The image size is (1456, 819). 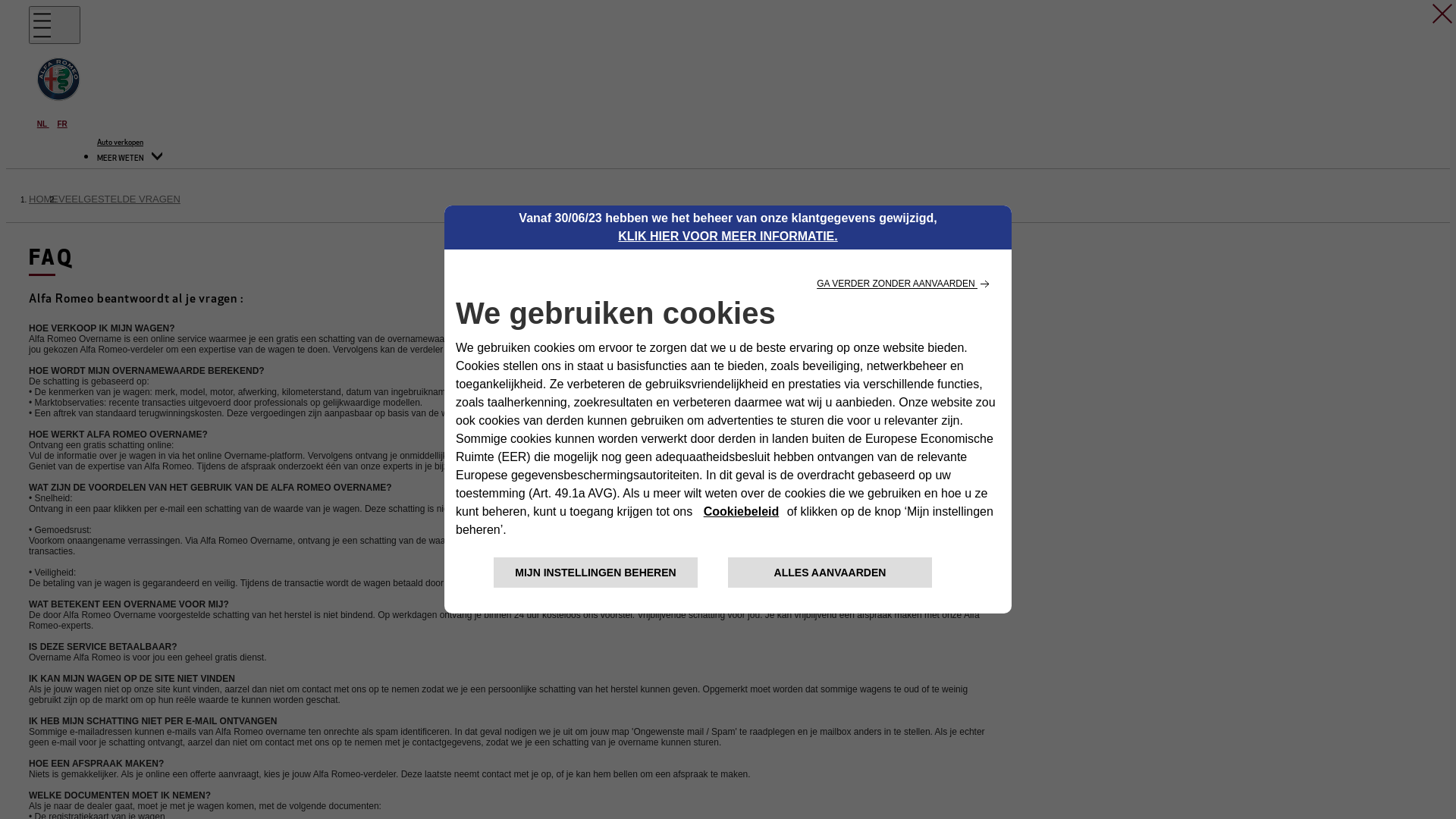 I want to click on 'Auto verkopen', so click(x=119, y=143).